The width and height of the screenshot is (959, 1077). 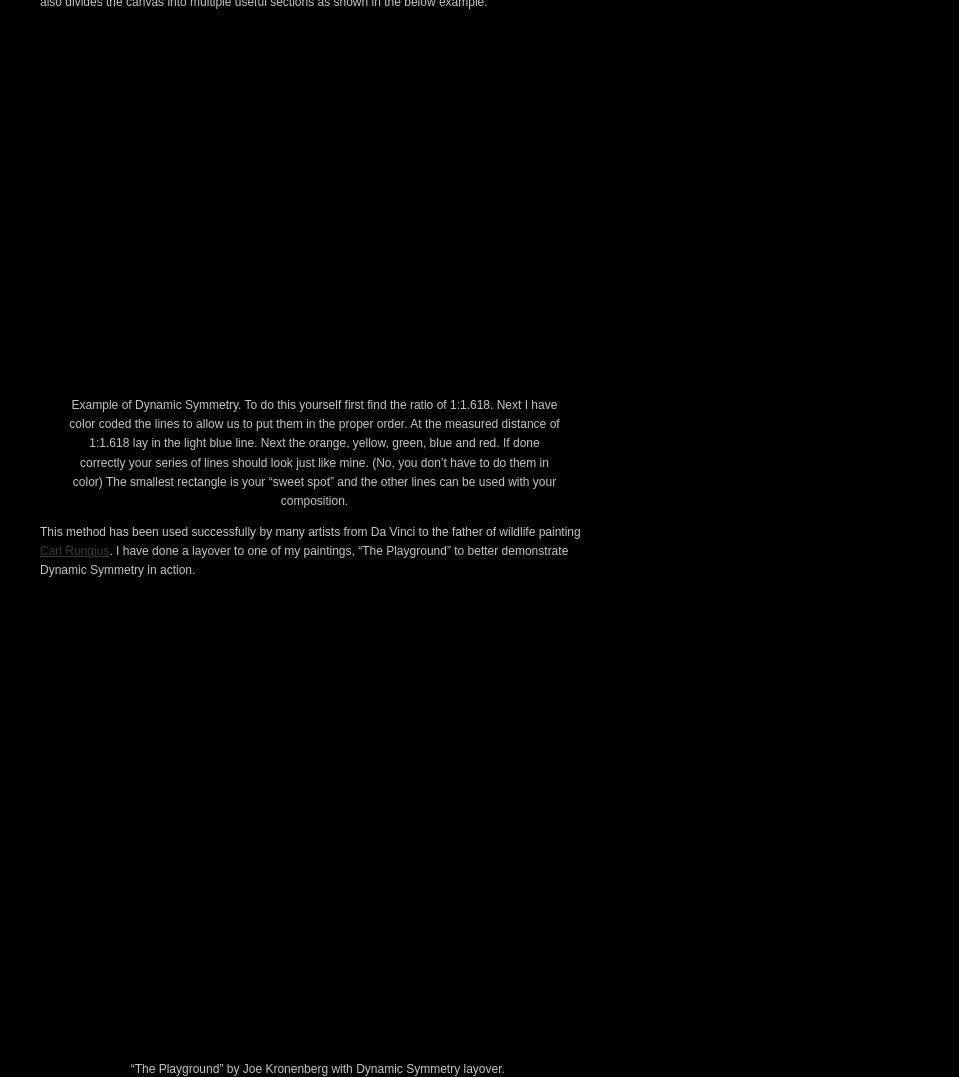 What do you see at coordinates (165, 178) in the screenshot?
I see `'Dynamic Symmetry'` at bounding box center [165, 178].